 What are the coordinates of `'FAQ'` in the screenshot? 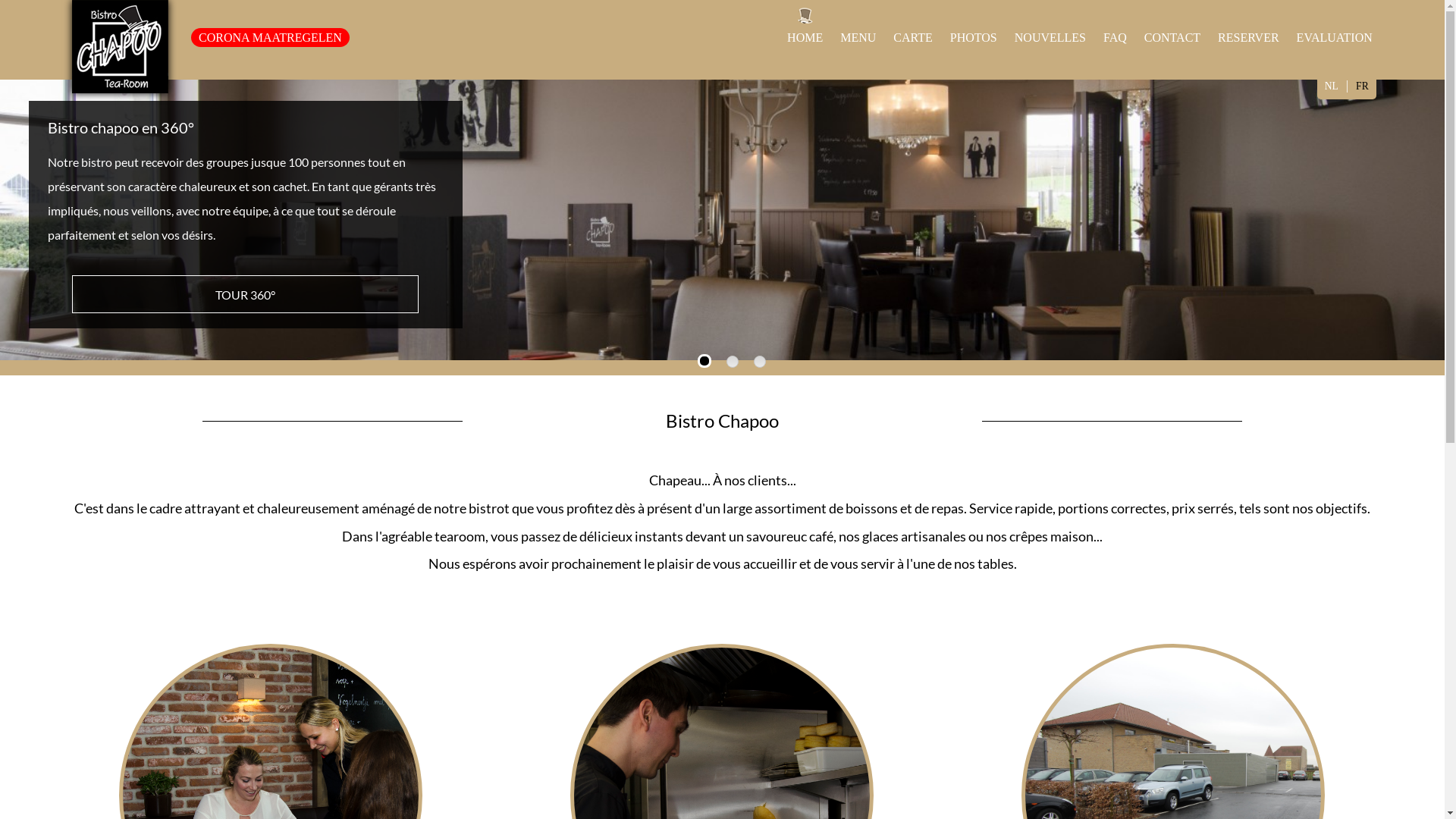 It's located at (1115, 36).